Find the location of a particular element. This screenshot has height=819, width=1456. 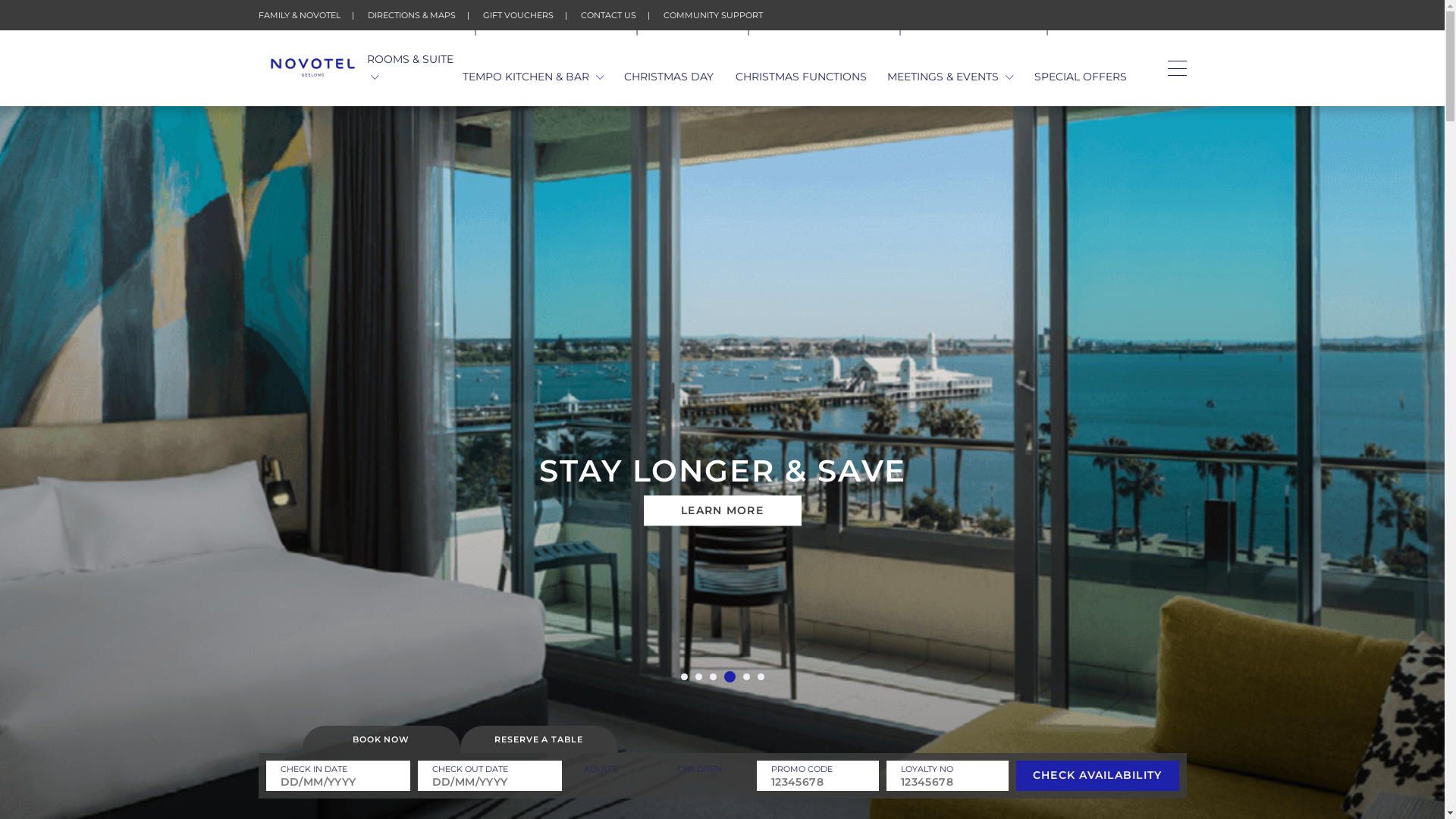

'ROOMS & SUITE' is located at coordinates (415, 67).